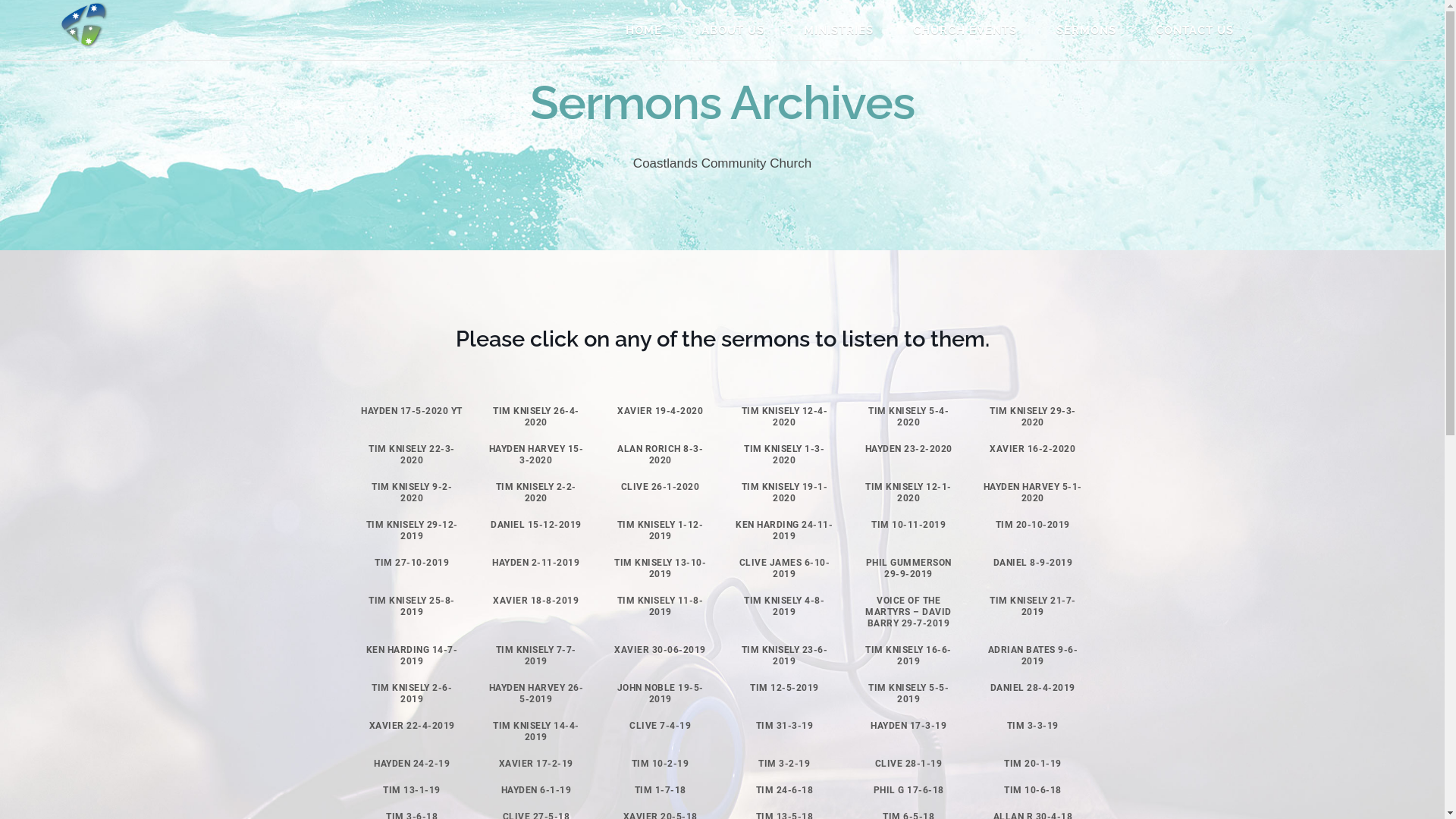  I want to click on 'XAVIER 30-06-2019', so click(660, 648).